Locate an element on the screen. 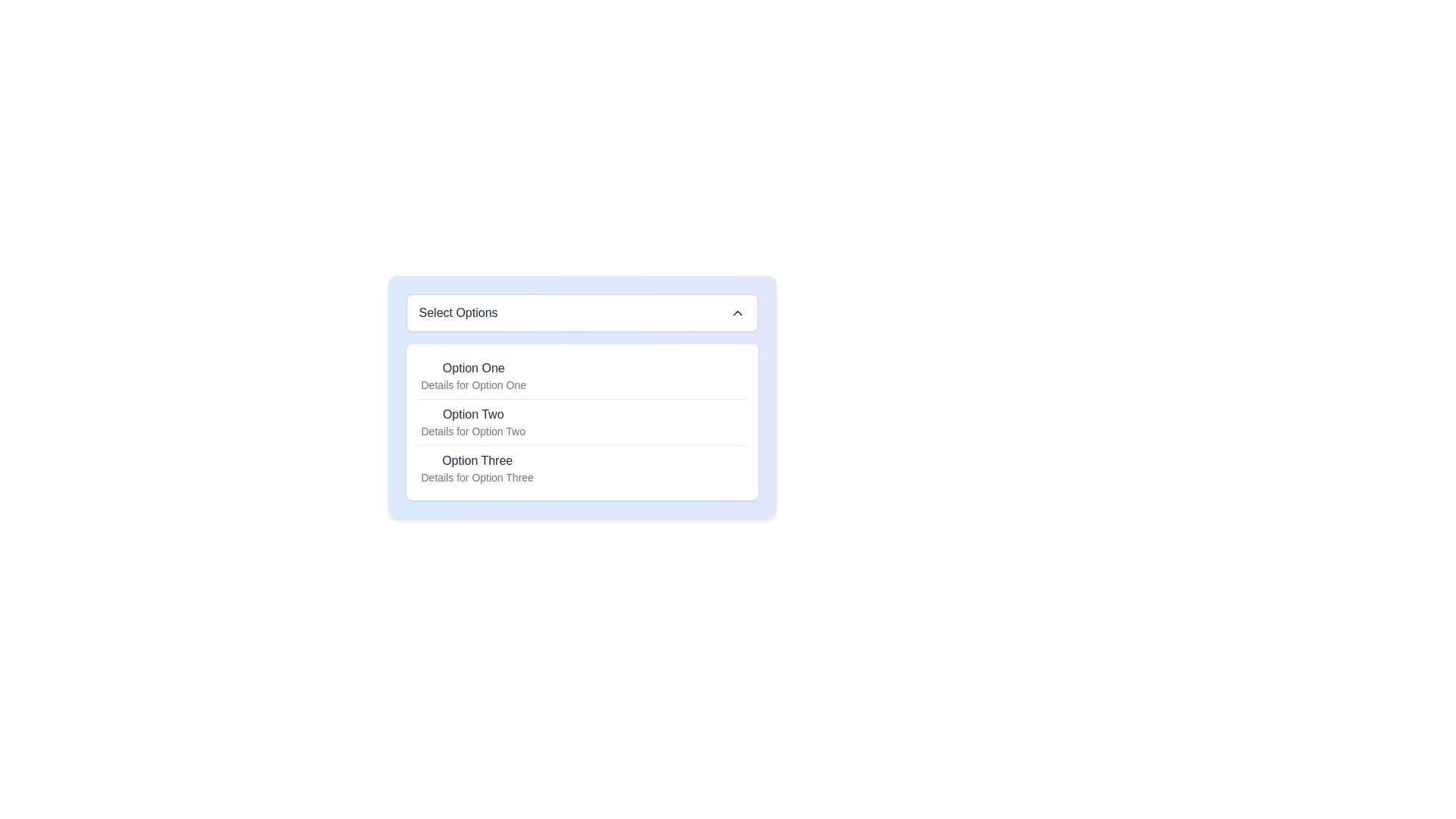 This screenshot has width=1456, height=819. the descriptive subtitle element located directly below the 'Option Two' text within the drop-down list is located at coordinates (472, 431).